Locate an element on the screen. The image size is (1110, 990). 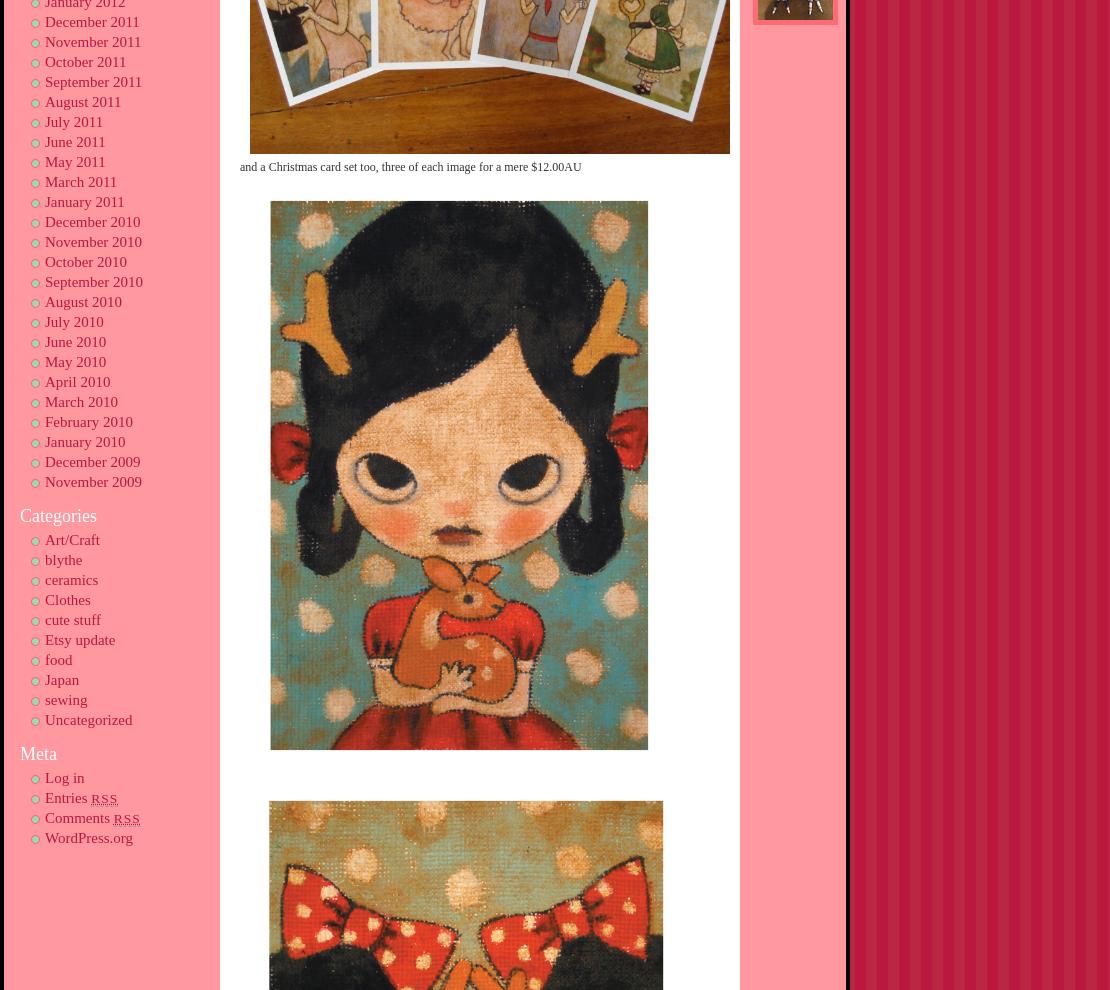
'July 2011' is located at coordinates (73, 120).